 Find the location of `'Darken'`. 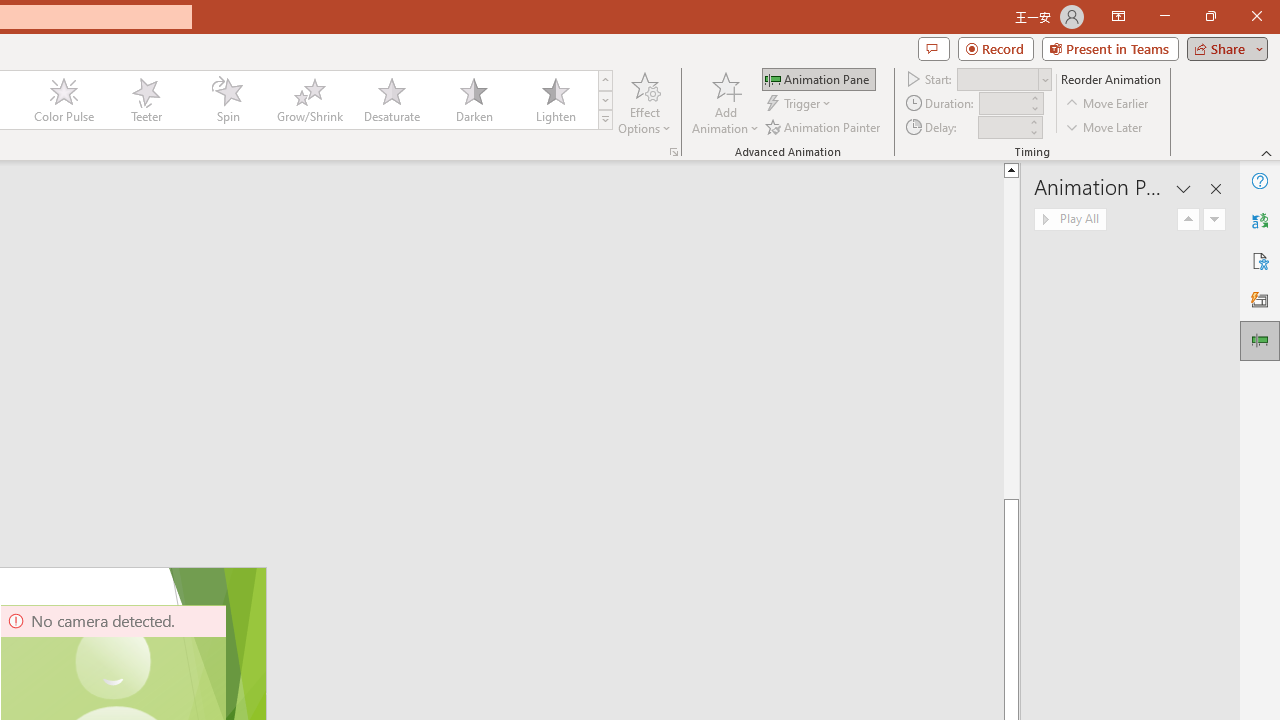

'Darken' is located at coordinates (472, 100).